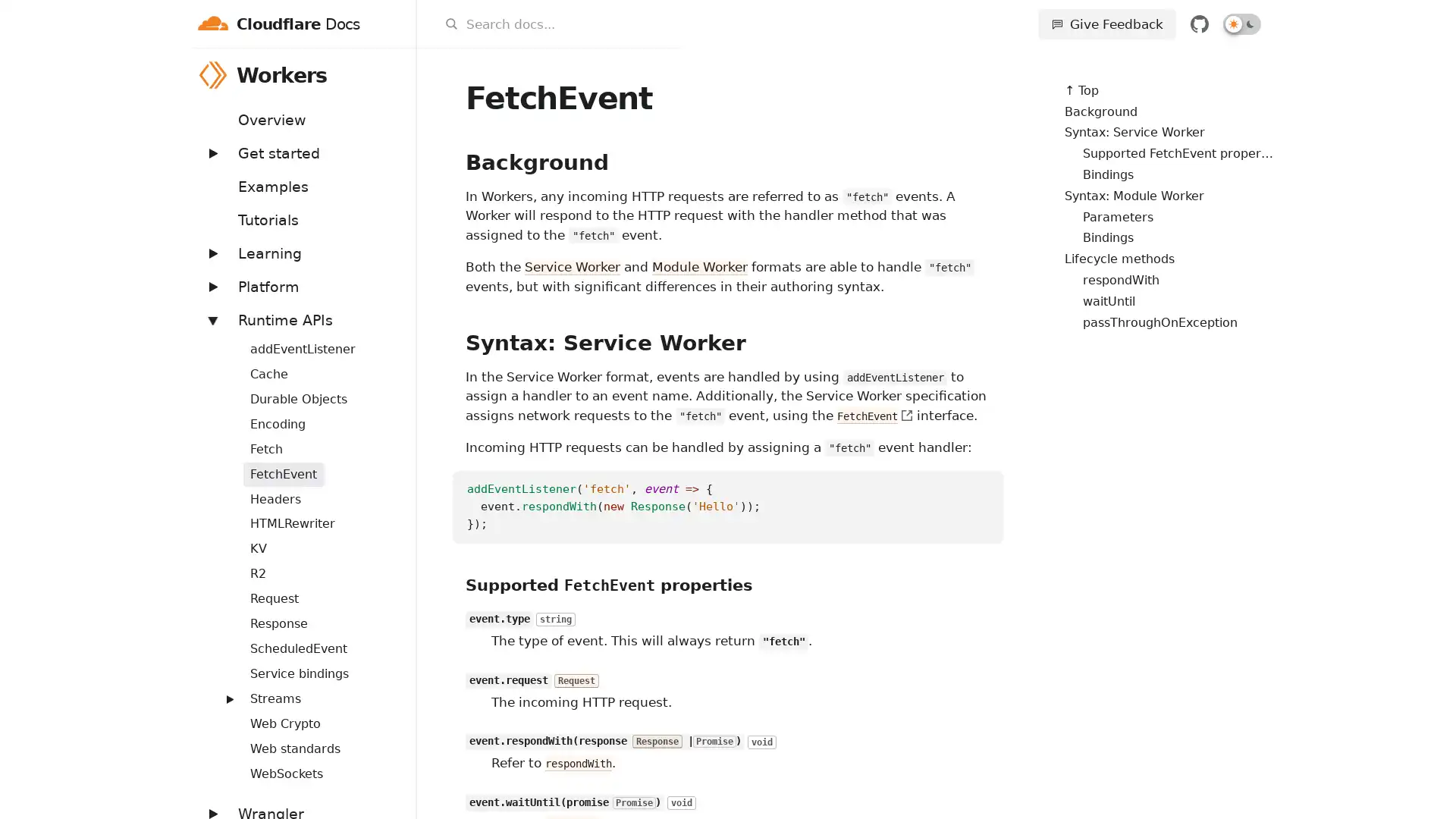 Image resolution: width=1456 pixels, height=819 pixels. I want to click on Expand: Learning, so click(211, 252).